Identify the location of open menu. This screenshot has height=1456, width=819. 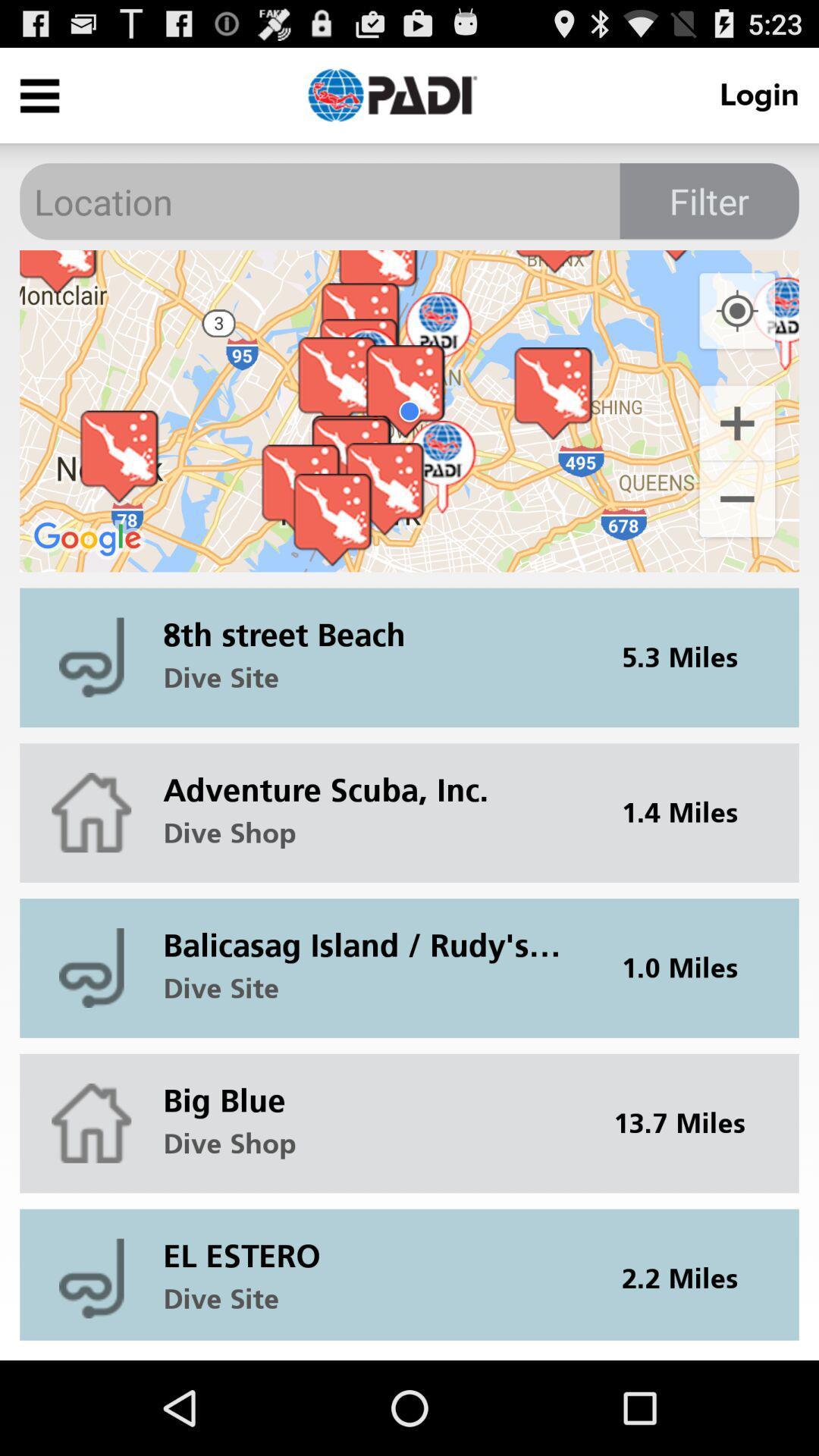
(39, 94).